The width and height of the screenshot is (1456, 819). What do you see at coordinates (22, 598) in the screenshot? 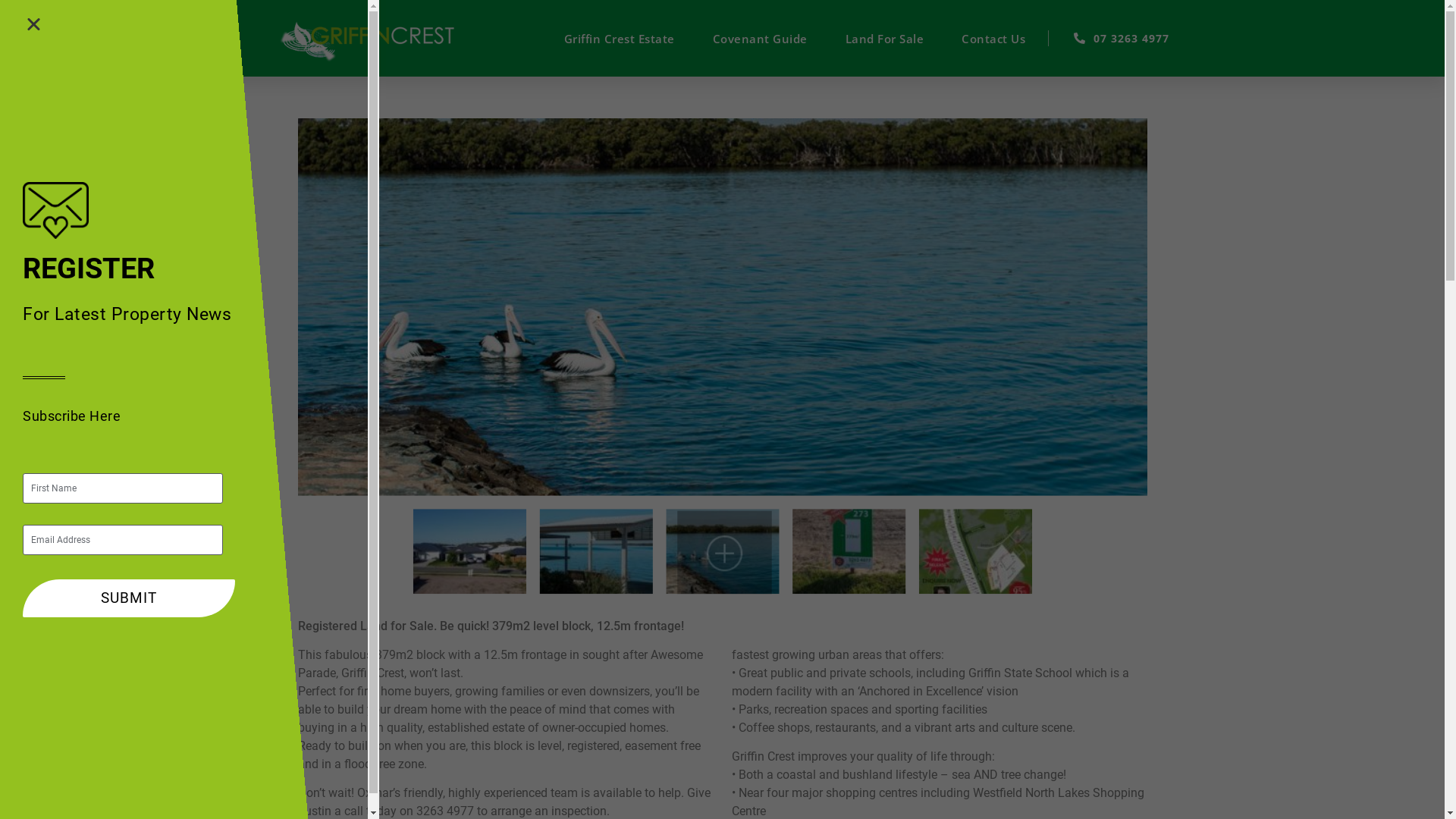
I see `'Submit'` at bounding box center [22, 598].